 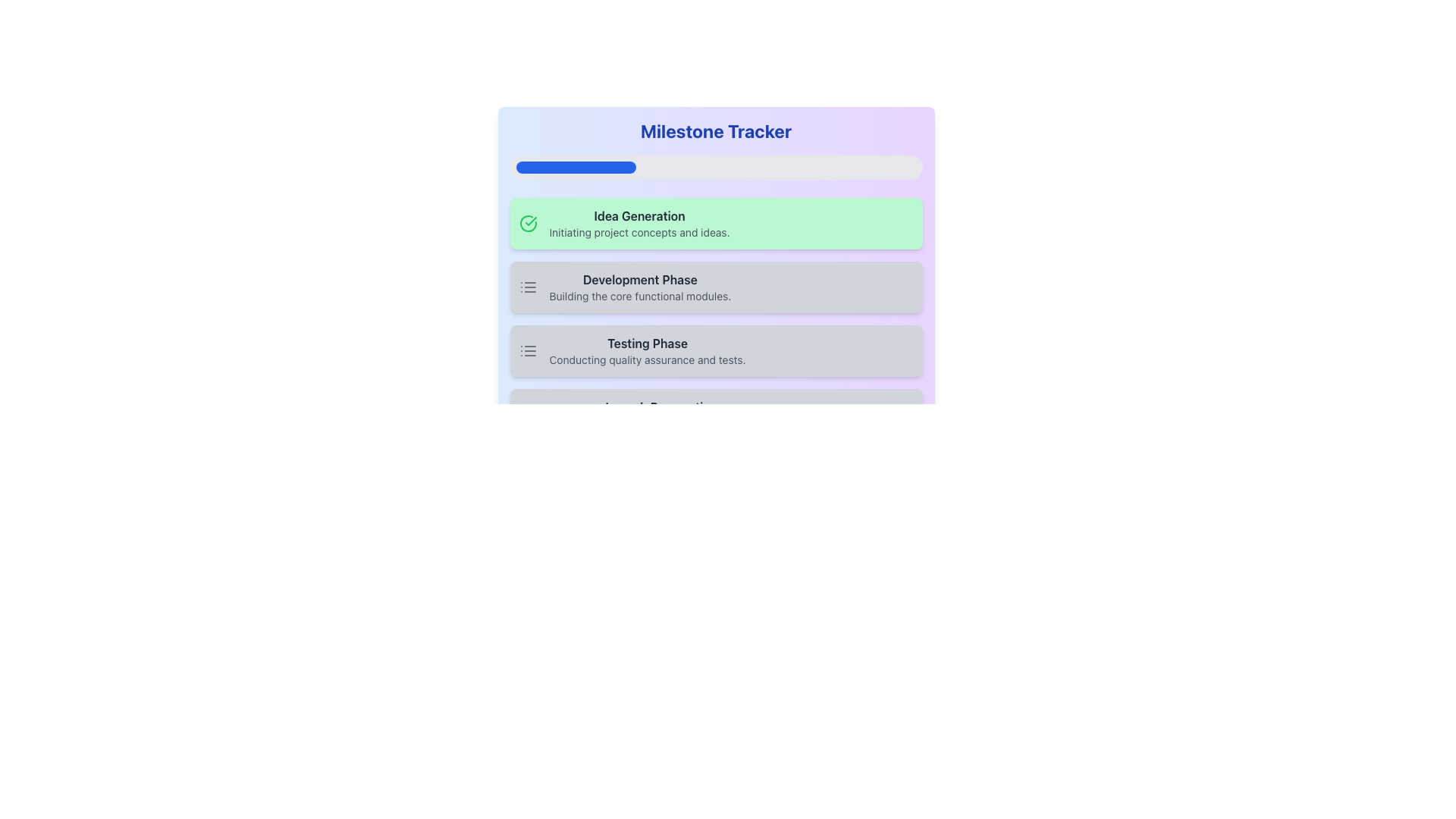 What do you see at coordinates (531, 221) in the screenshot?
I see `the status indication by focusing on the checkmark icon within the green-highlighted 'Idea Generation' card, which represents the task's completed status` at bounding box center [531, 221].